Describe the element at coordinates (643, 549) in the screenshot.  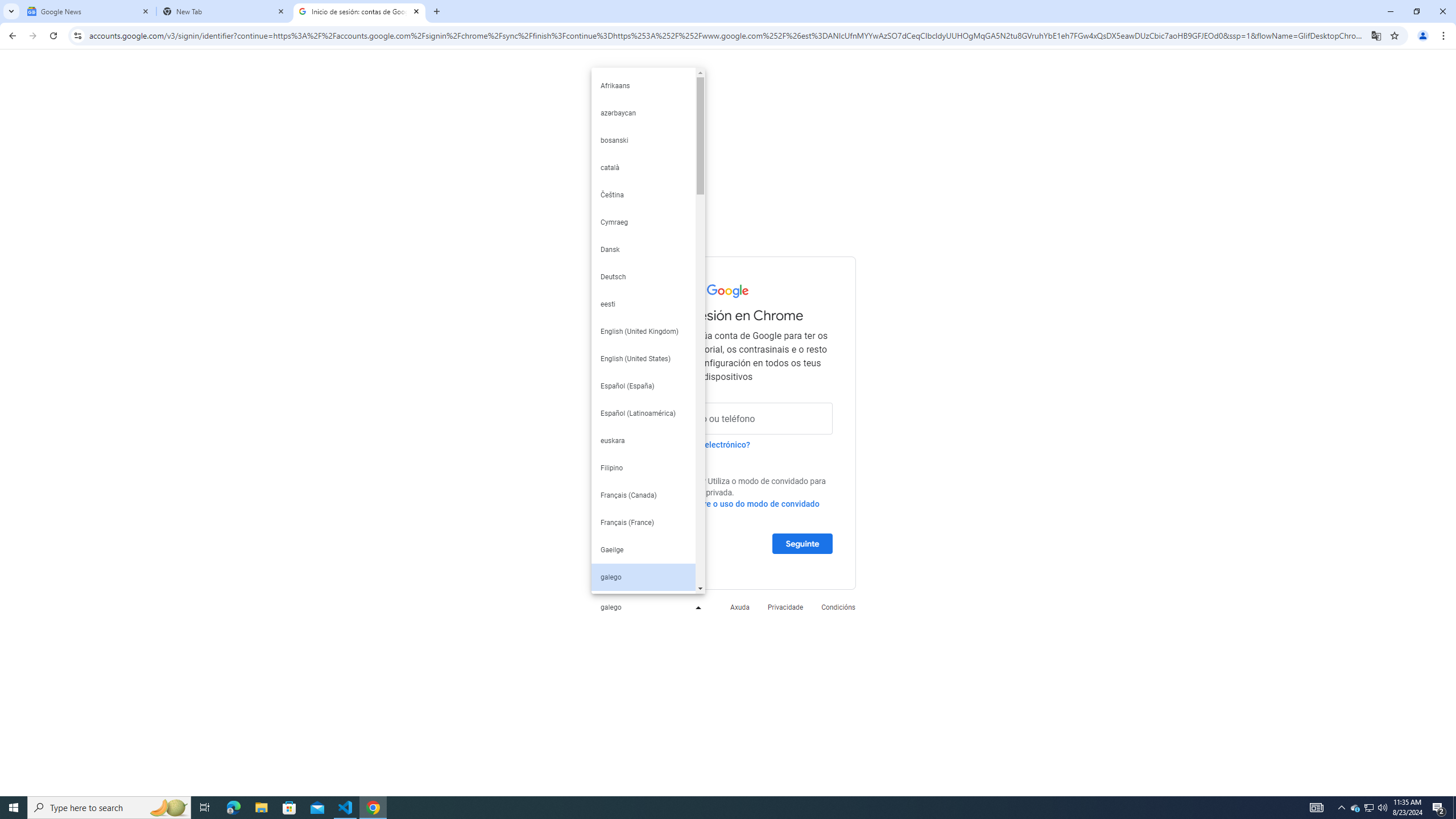
I see `'Gaeilge'` at that location.